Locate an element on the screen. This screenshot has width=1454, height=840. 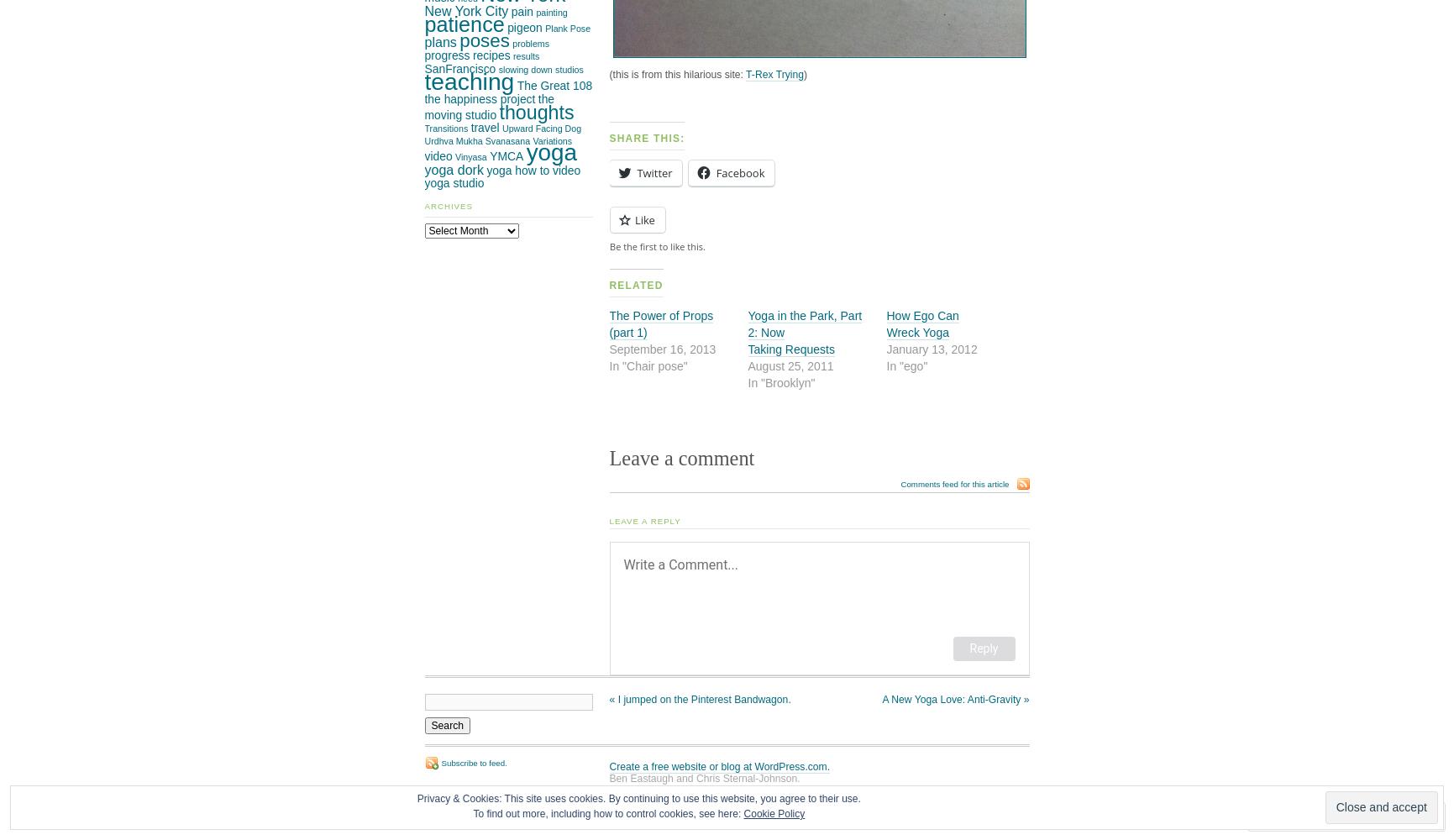
'patience' is located at coordinates (423, 24).